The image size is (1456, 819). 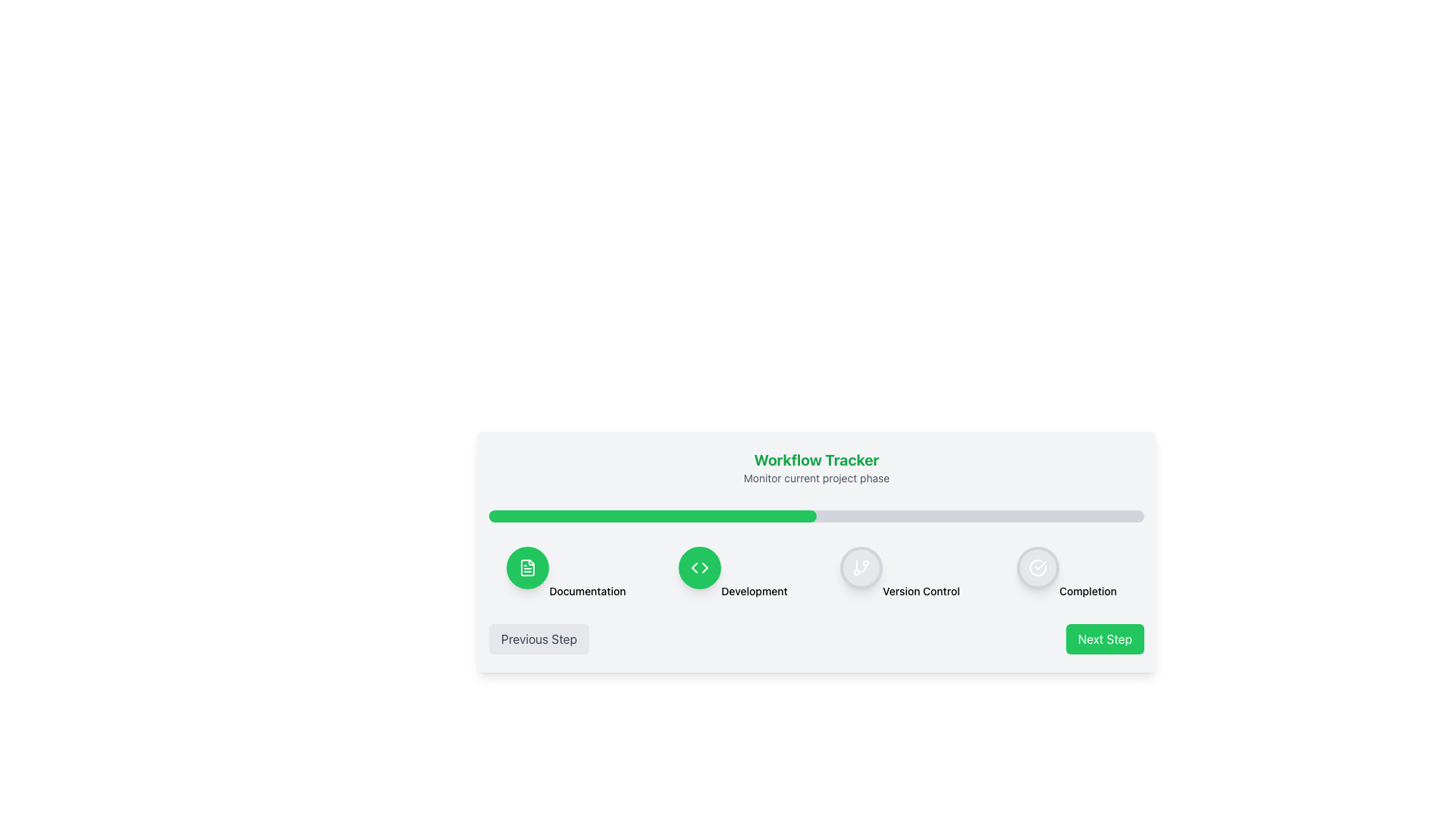 What do you see at coordinates (528, 567) in the screenshot?
I see `the 'Documentation' icon` at bounding box center [528, 567].